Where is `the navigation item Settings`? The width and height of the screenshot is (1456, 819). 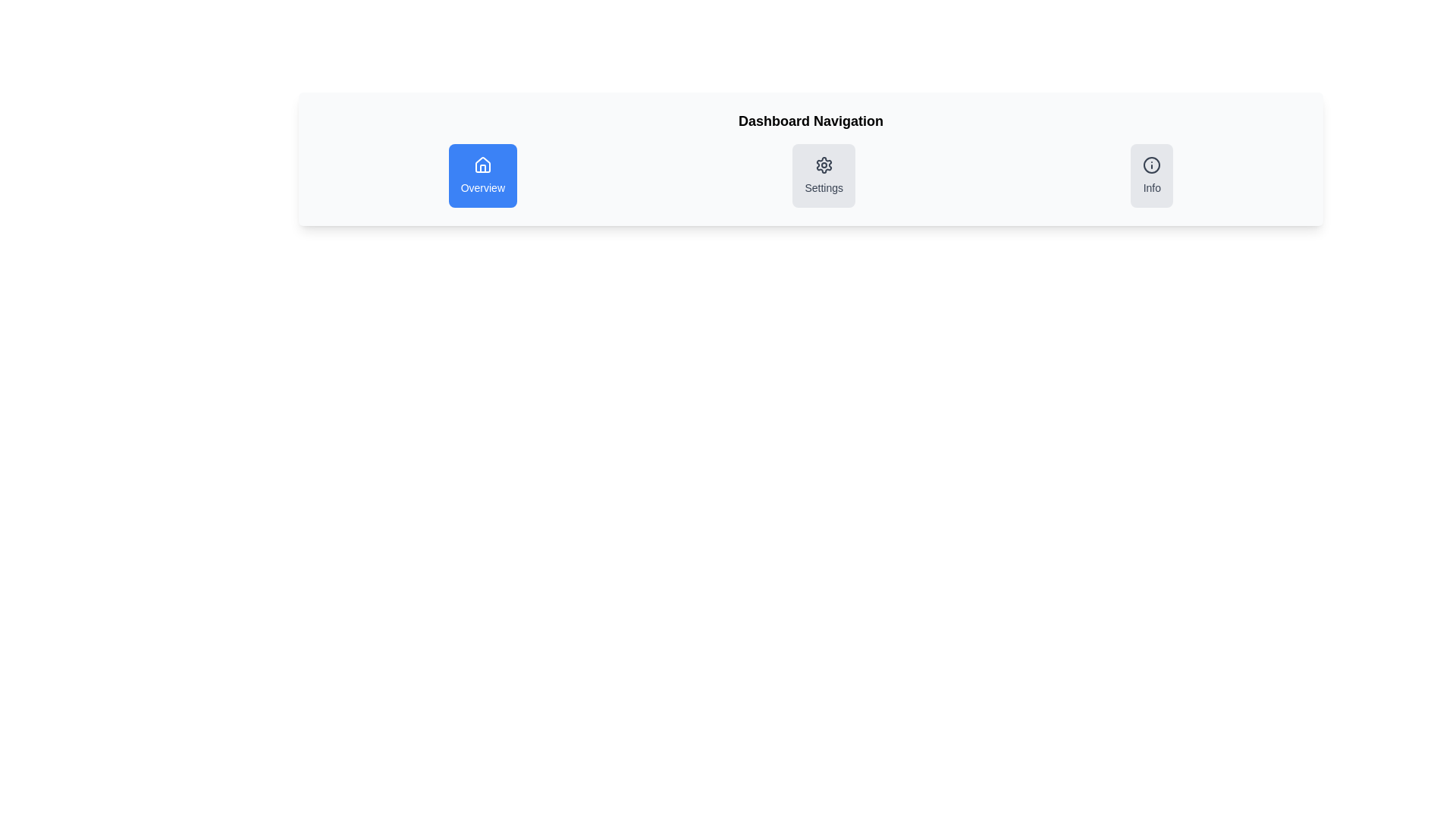 the navigation item Settings is located at coordinates (823, 174).